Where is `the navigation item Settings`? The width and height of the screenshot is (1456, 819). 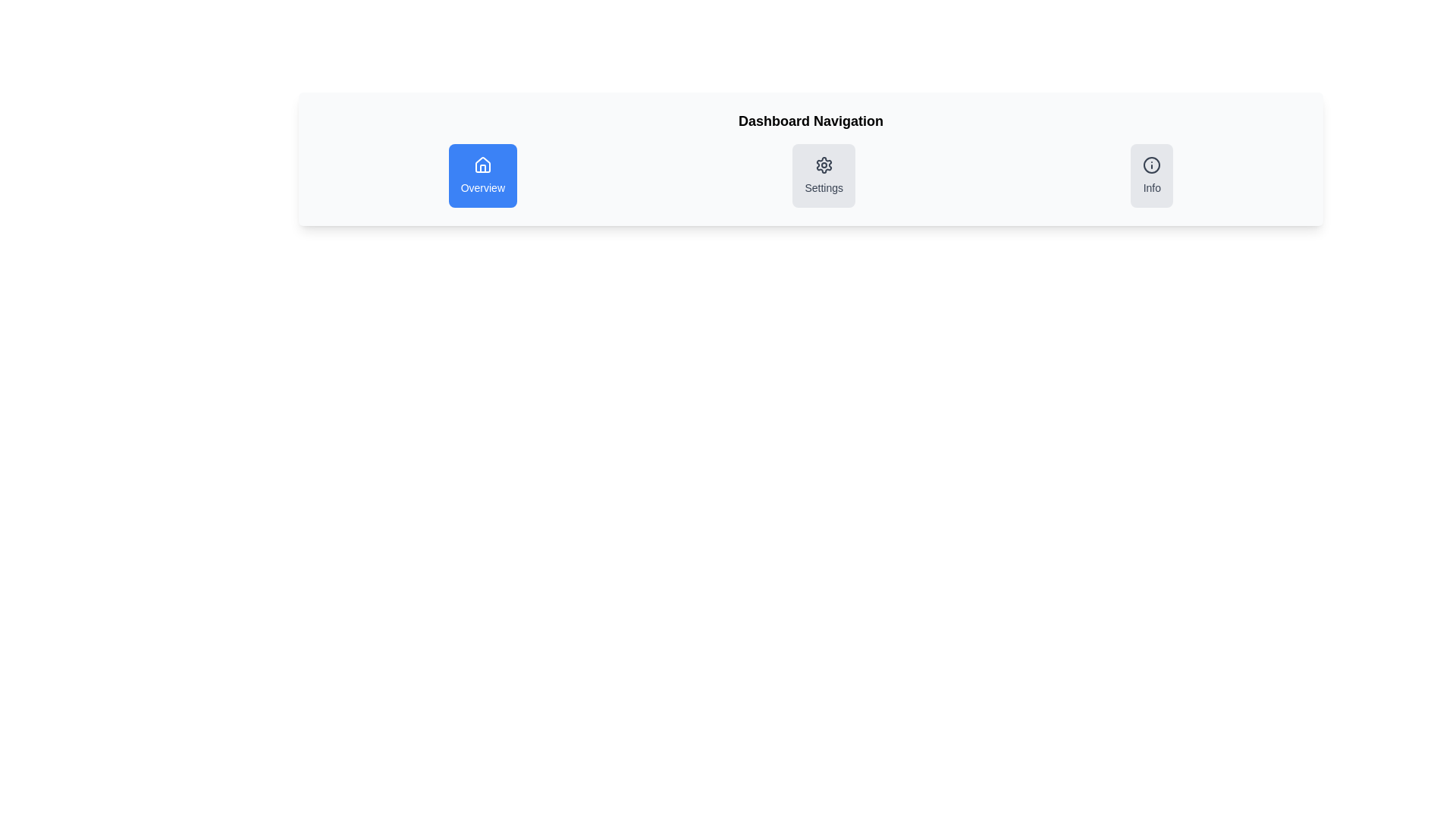 the navigation item Settings is located at coordinates (823, 174).